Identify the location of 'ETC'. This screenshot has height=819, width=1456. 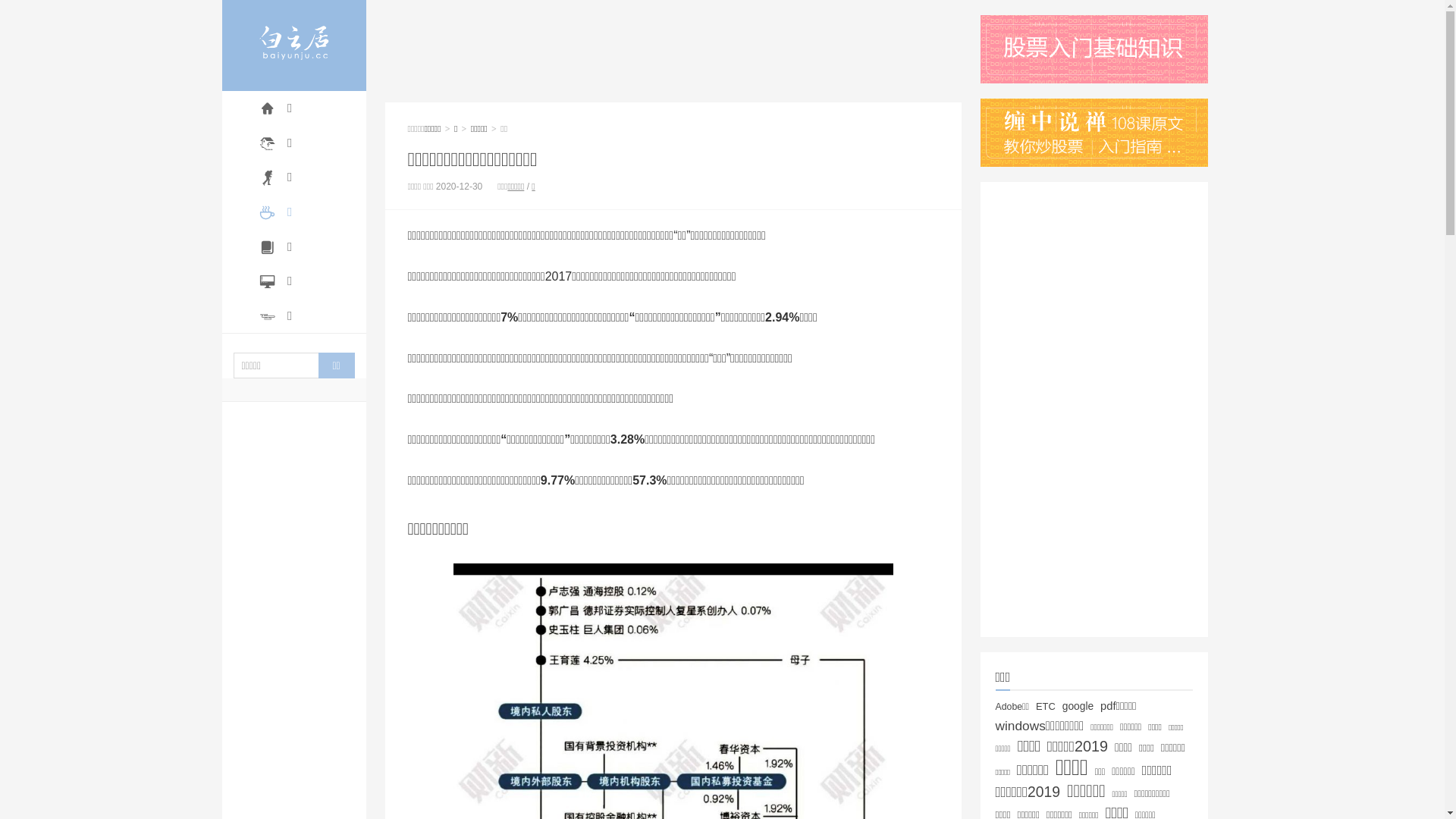
(1044, 707).